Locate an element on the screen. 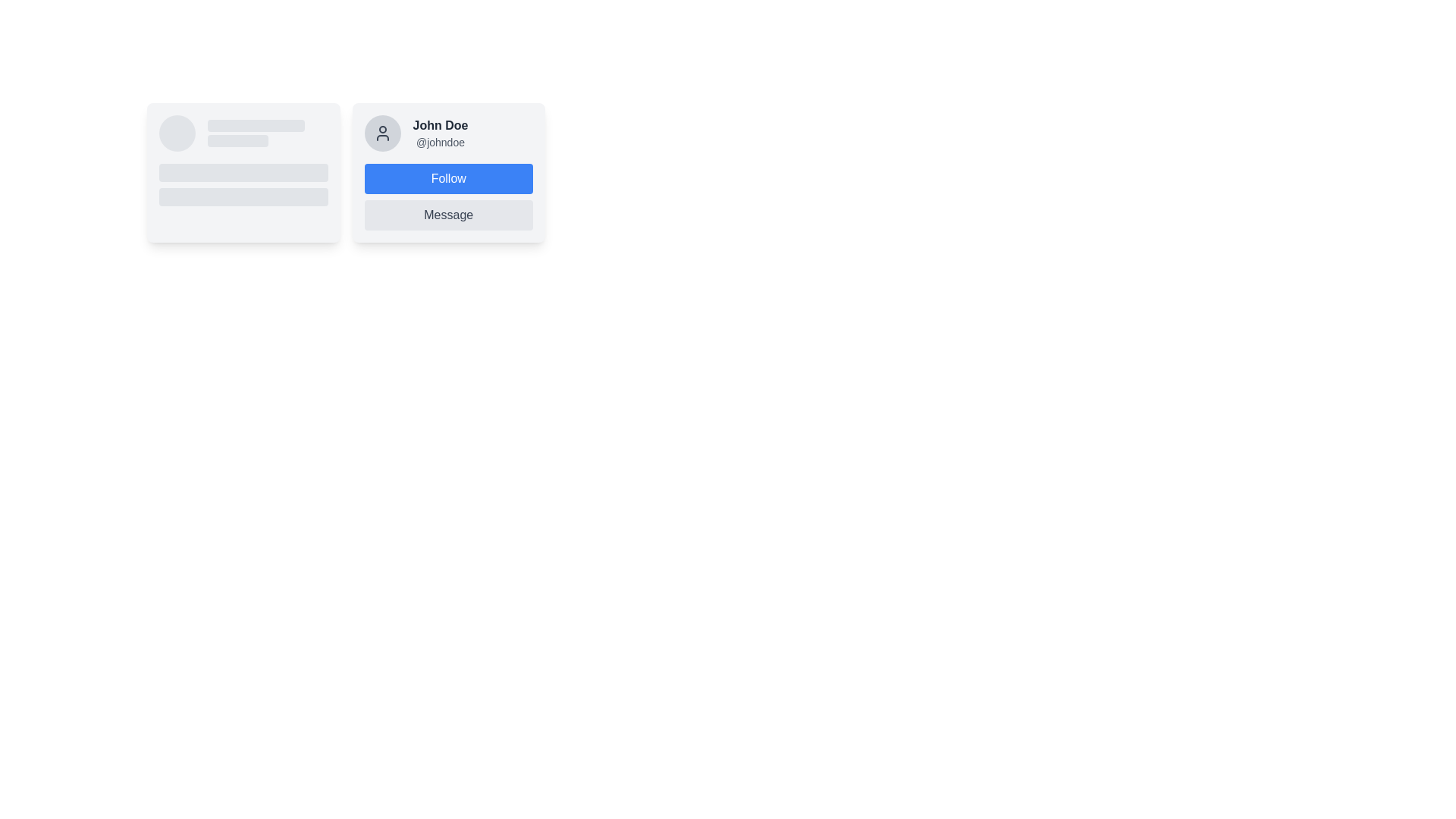 The height and width of the screenshot is (819, 1456). the user avatar icon located inside the circular area at the top left corner of the card component containing the text 'John Doe' and '@johndoe' is located at coordinates (382, 133).